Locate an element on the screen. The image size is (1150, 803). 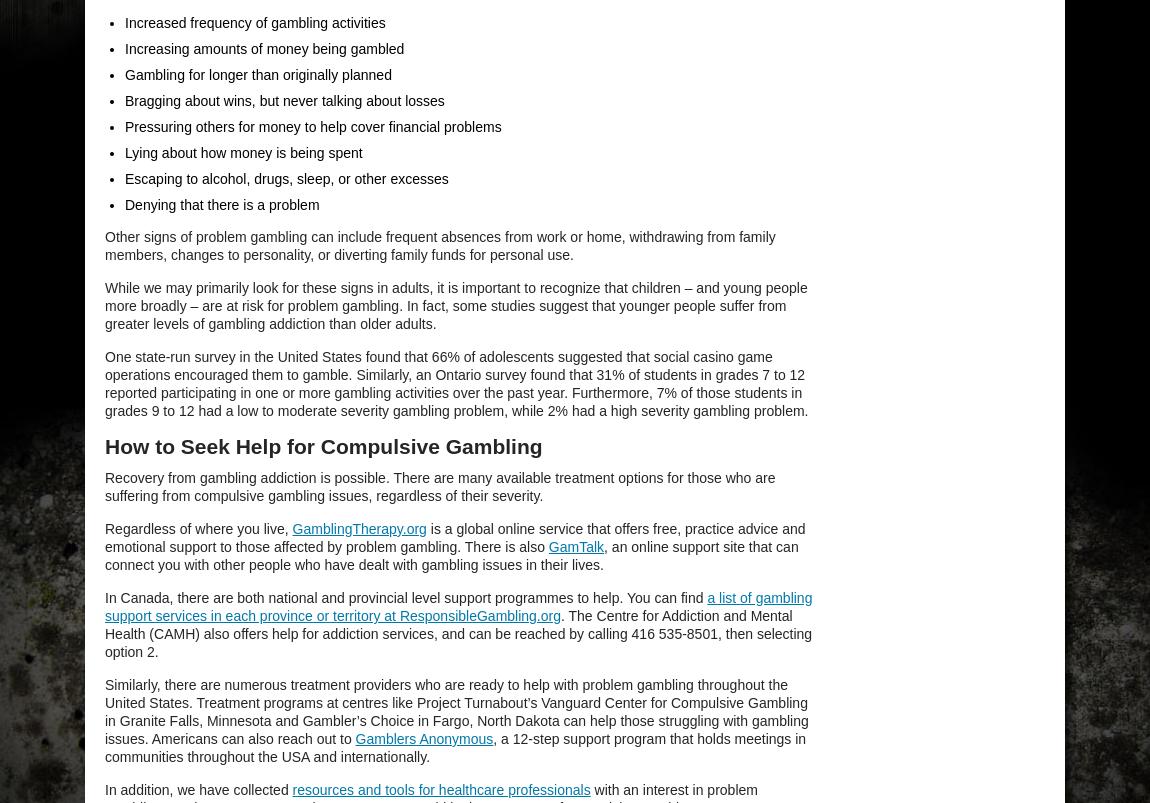
', a 12-step support program that holds meetings in communities throughout the USA and internationally.' is located at coordinates (455, 747).